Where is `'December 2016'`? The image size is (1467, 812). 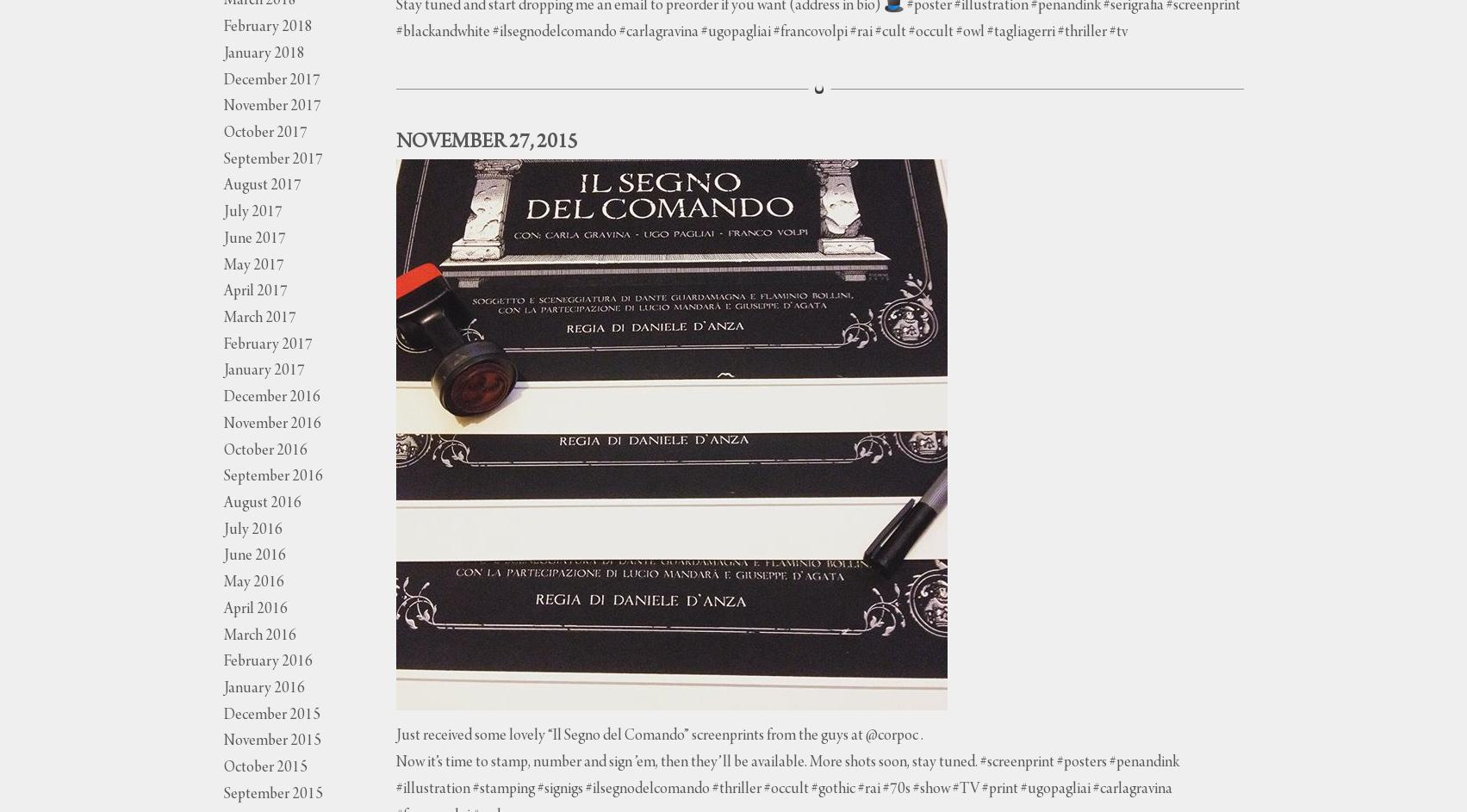
'December 2016' is located at coordinates (222, 398).